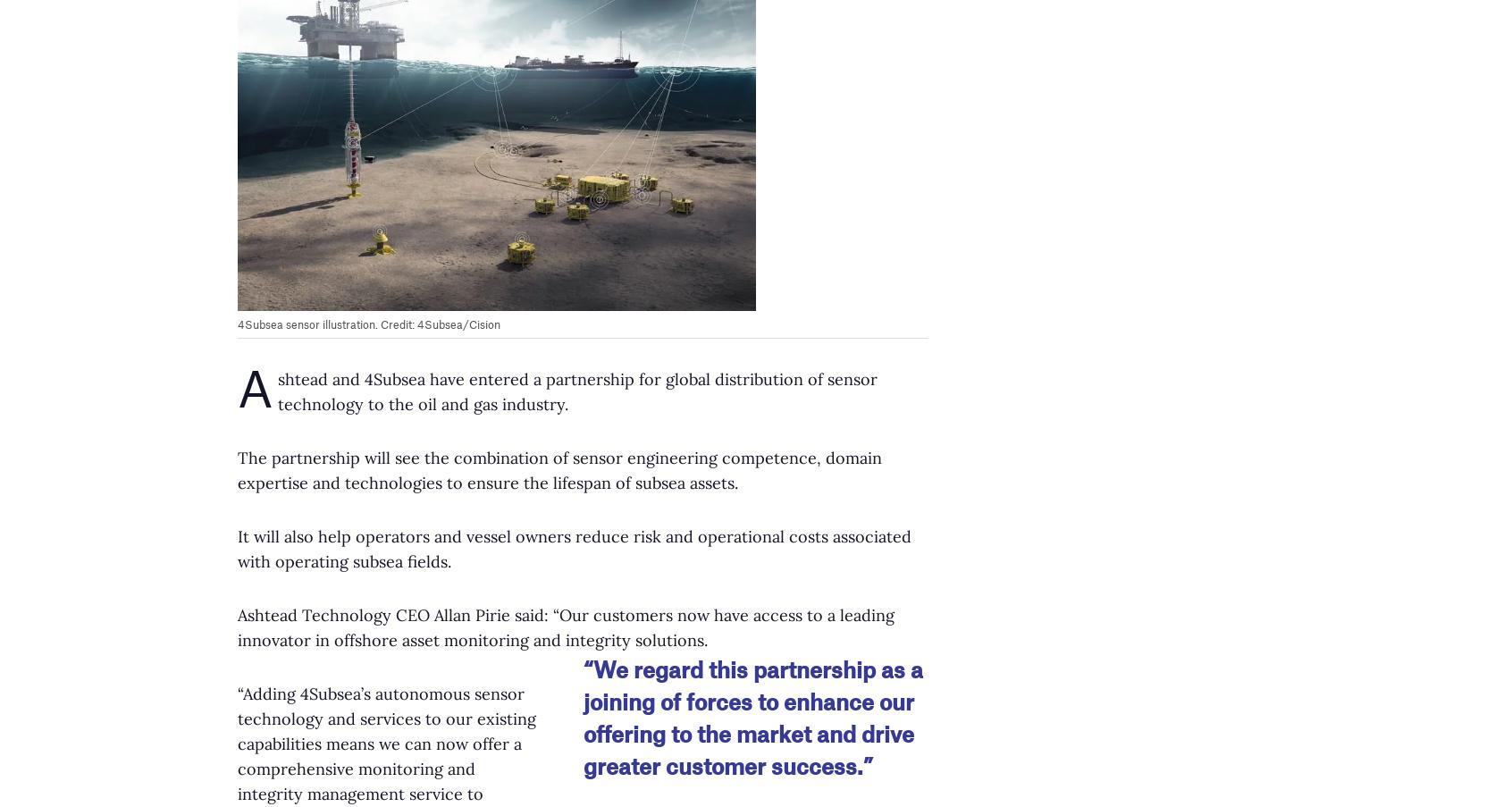 This screenshot has width=1512, height=807. Describe the element at coordinates (245, 690) in the screenshot. I see `'ADNOC awards $400m LNG technology supply contract to Baker Hughes'` at that location.